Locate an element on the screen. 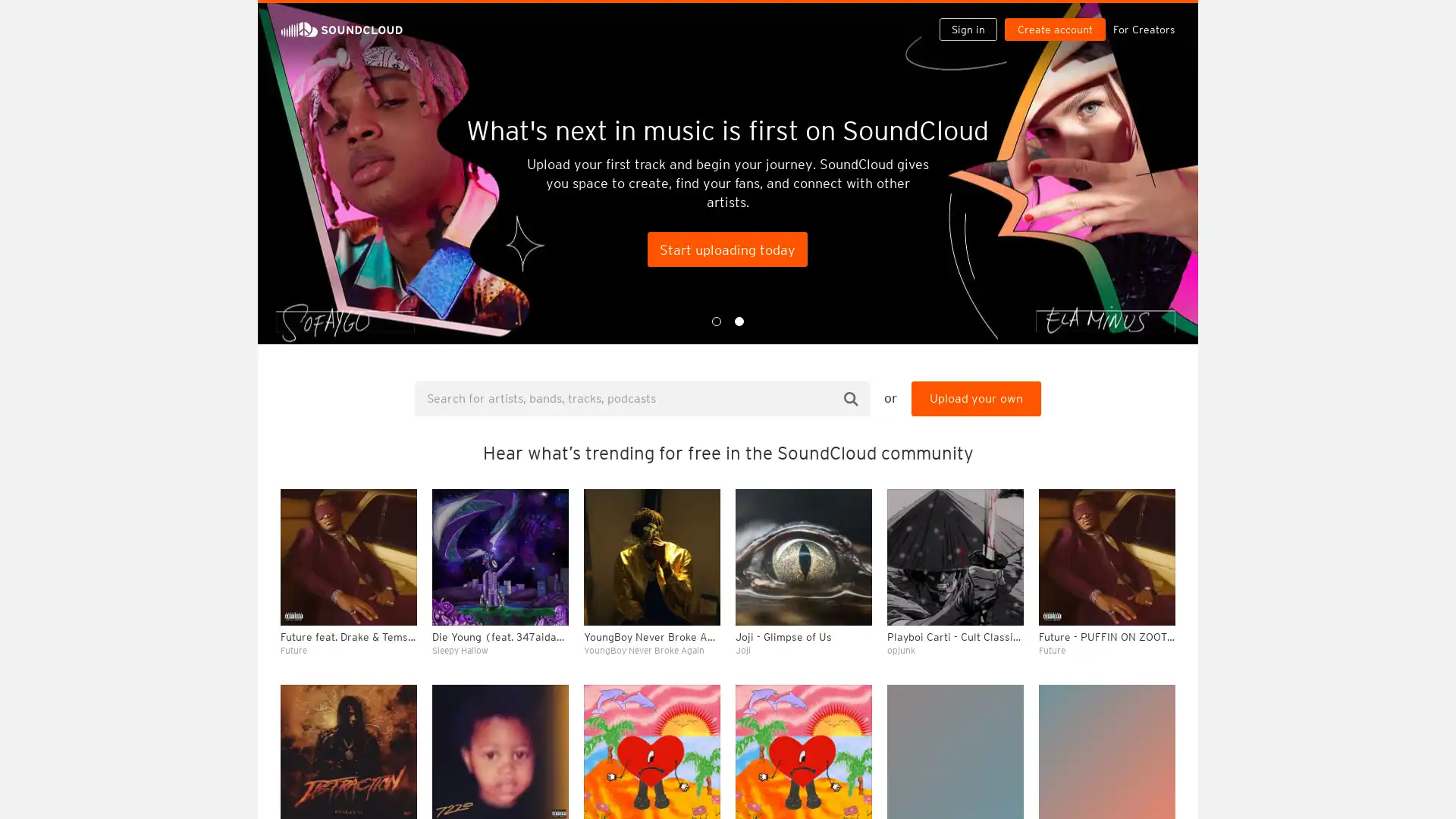  Sign in is located at coordinates (974, 17).